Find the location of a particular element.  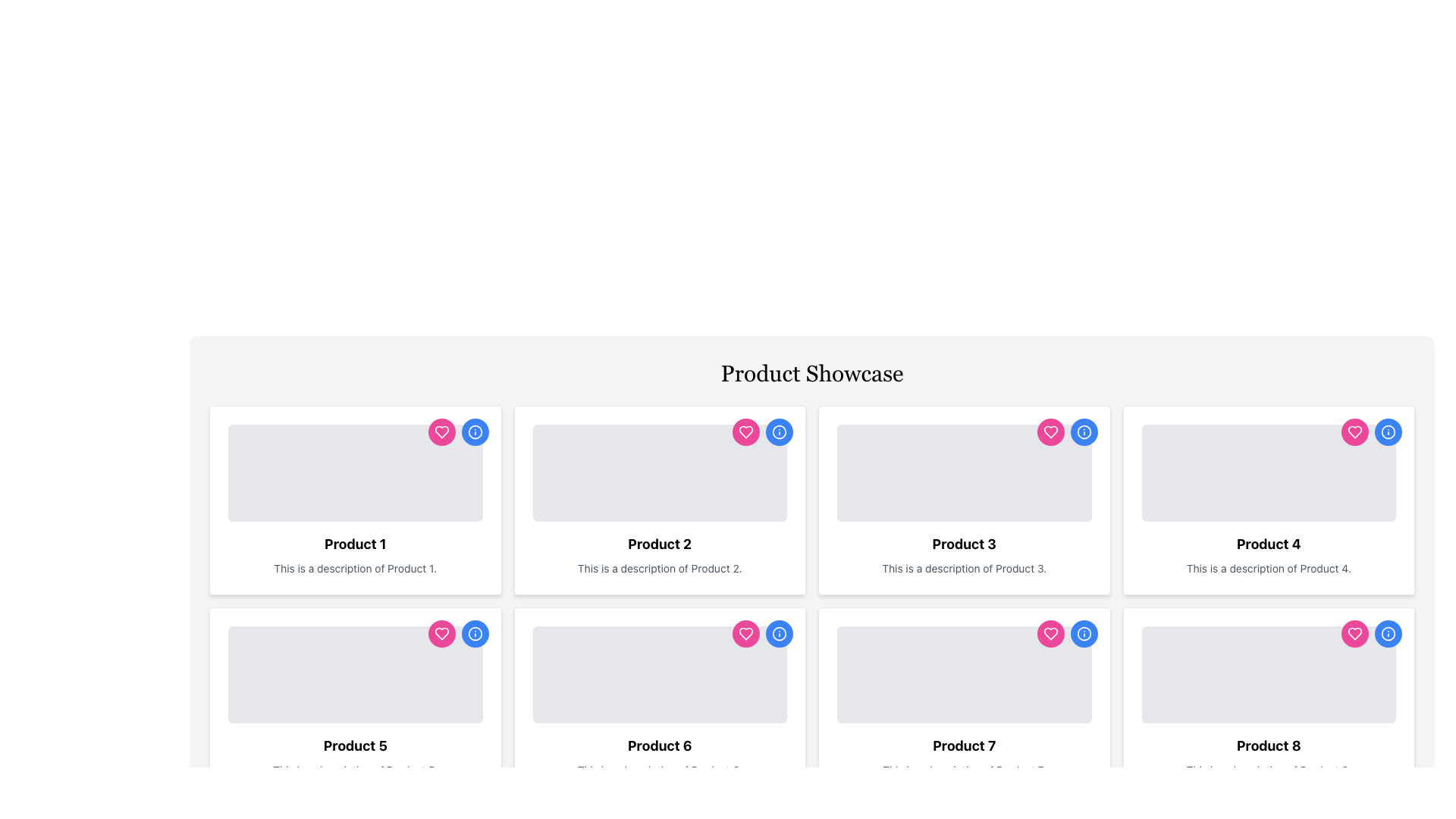

the text label displaying 'Product 4' is located at coordinates (1269, 543).